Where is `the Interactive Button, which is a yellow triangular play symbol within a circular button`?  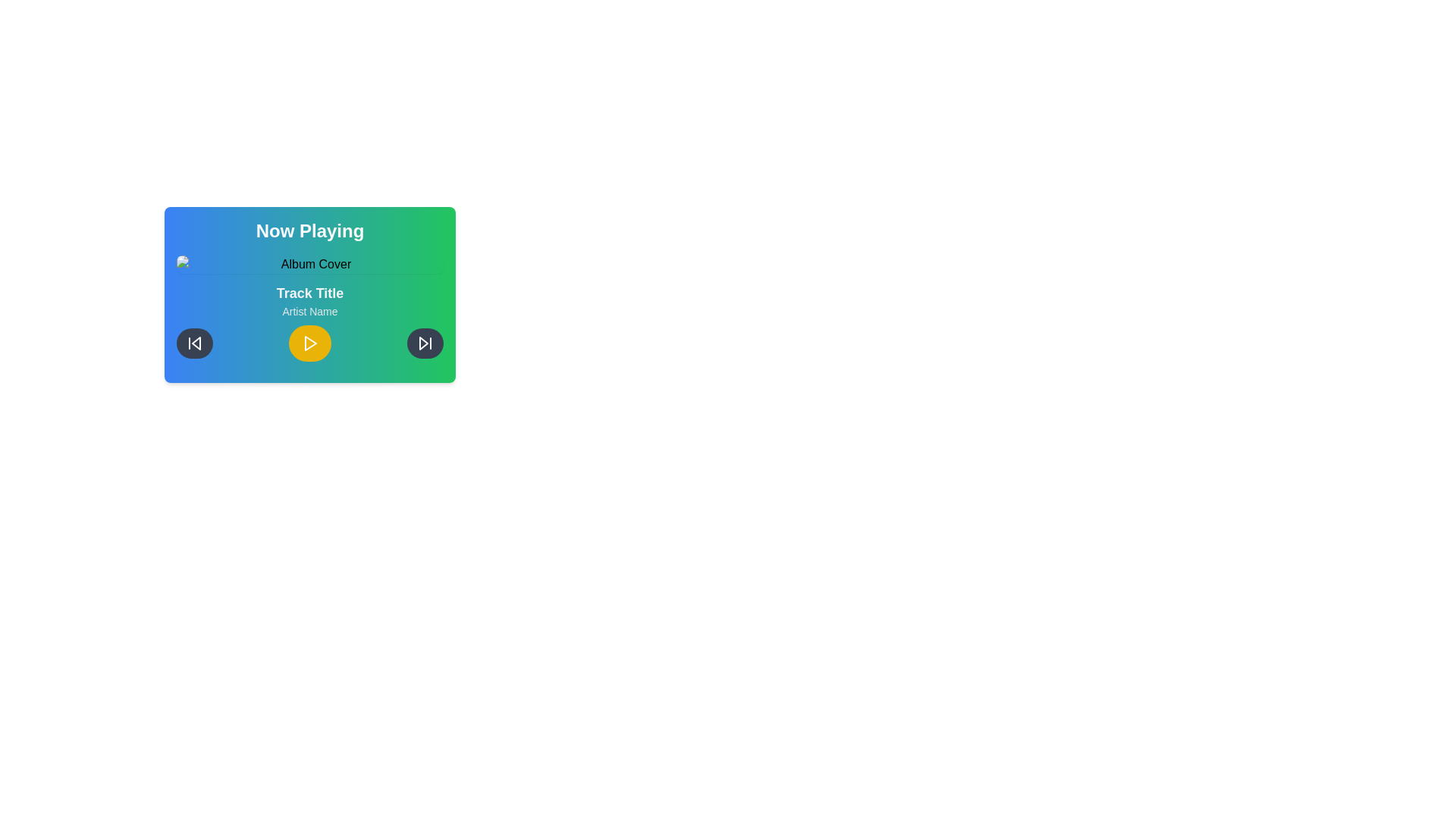
the Interactive Button, which is a yellow triangular play symbol within a circular button is located at coordinates (309, 343).